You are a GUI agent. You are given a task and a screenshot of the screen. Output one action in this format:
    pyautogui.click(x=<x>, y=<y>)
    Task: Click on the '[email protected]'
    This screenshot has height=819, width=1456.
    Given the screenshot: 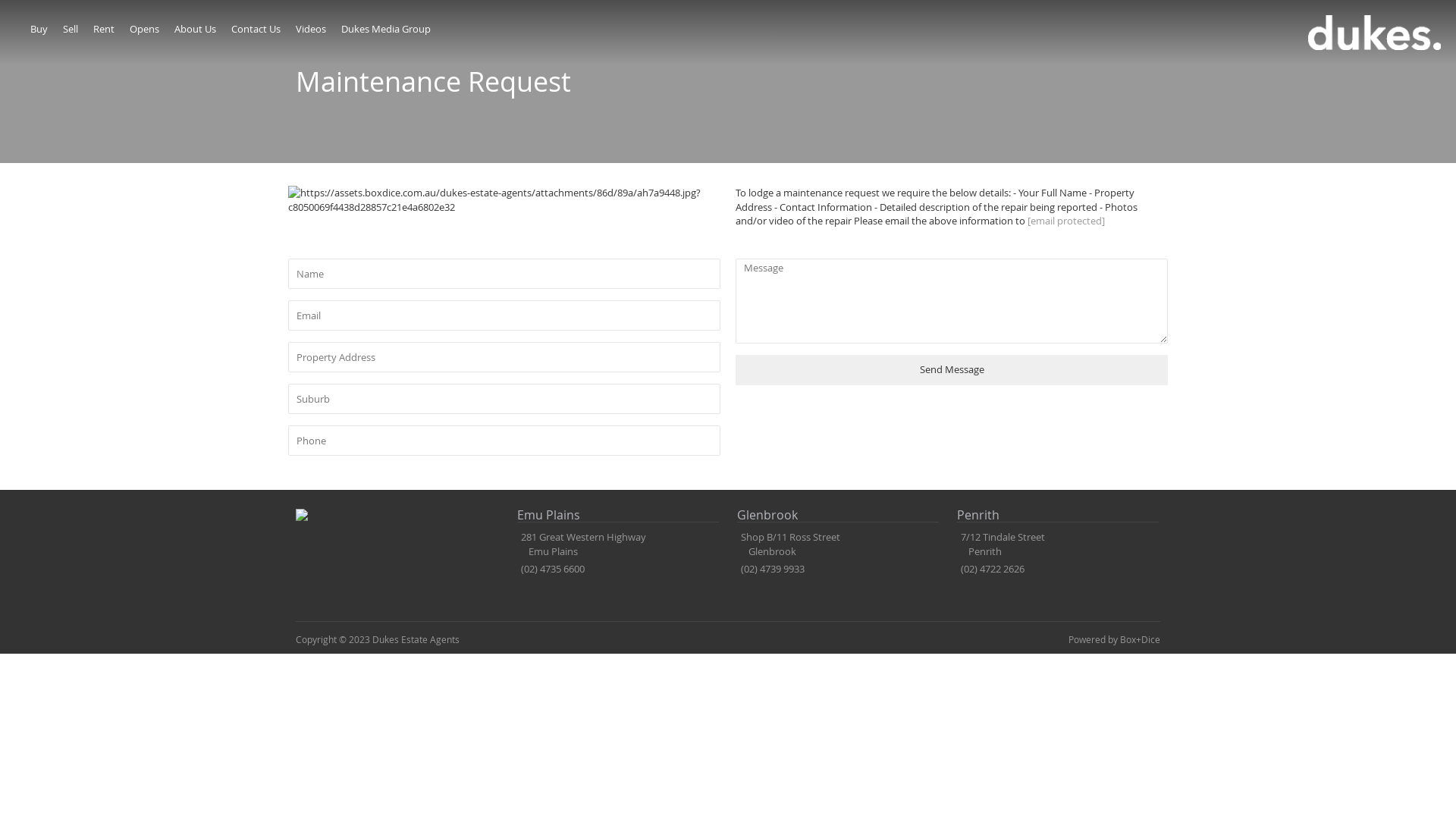 What is the action you would take?
    pyautogui.click(x=1065, y=220)
    